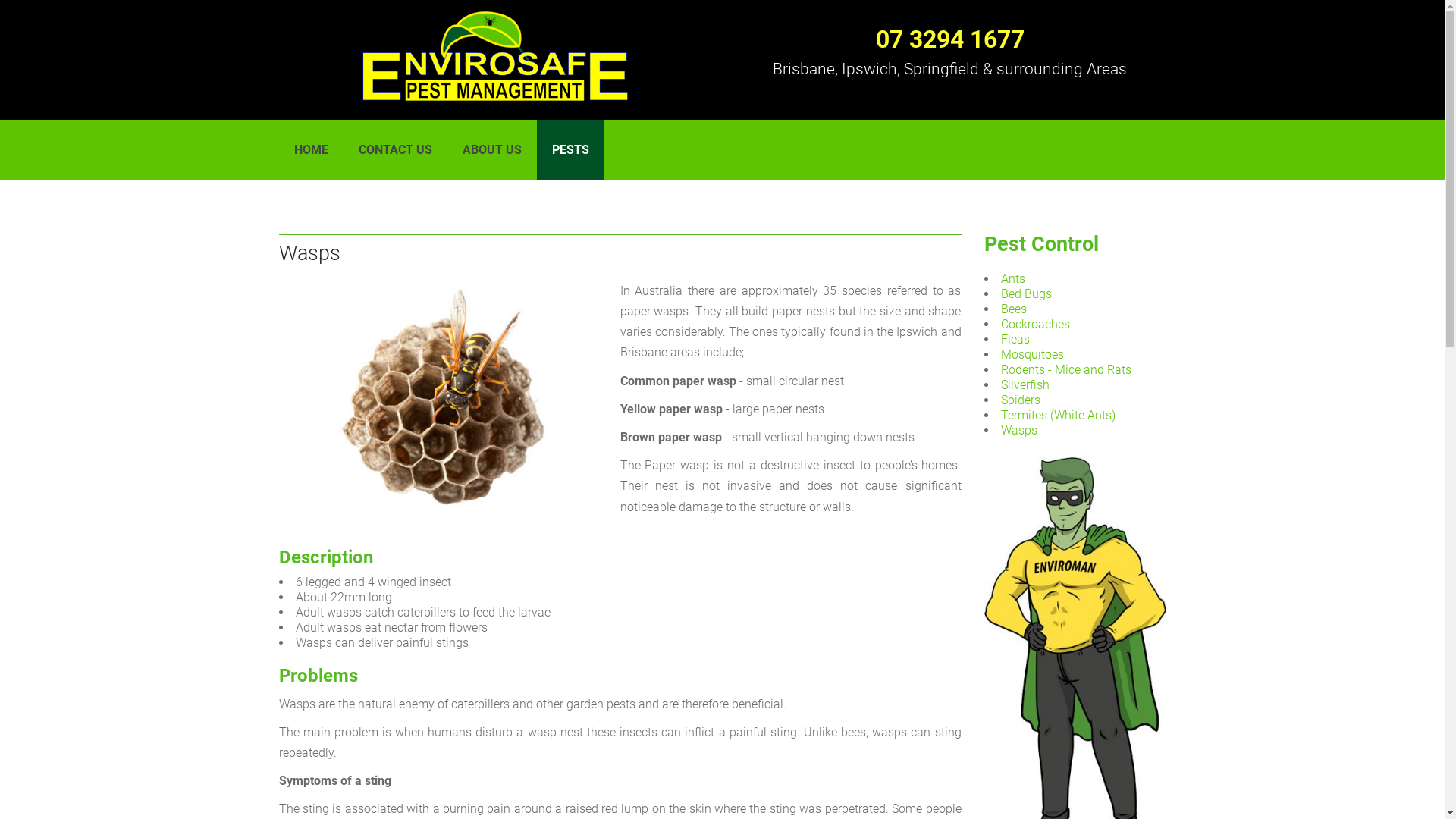 This screenshot has height=819, width=1456. What do you see at coordinates (1001, 278) in the screenshot?
I see `'Ants'` at bounding box center [1001, 278].